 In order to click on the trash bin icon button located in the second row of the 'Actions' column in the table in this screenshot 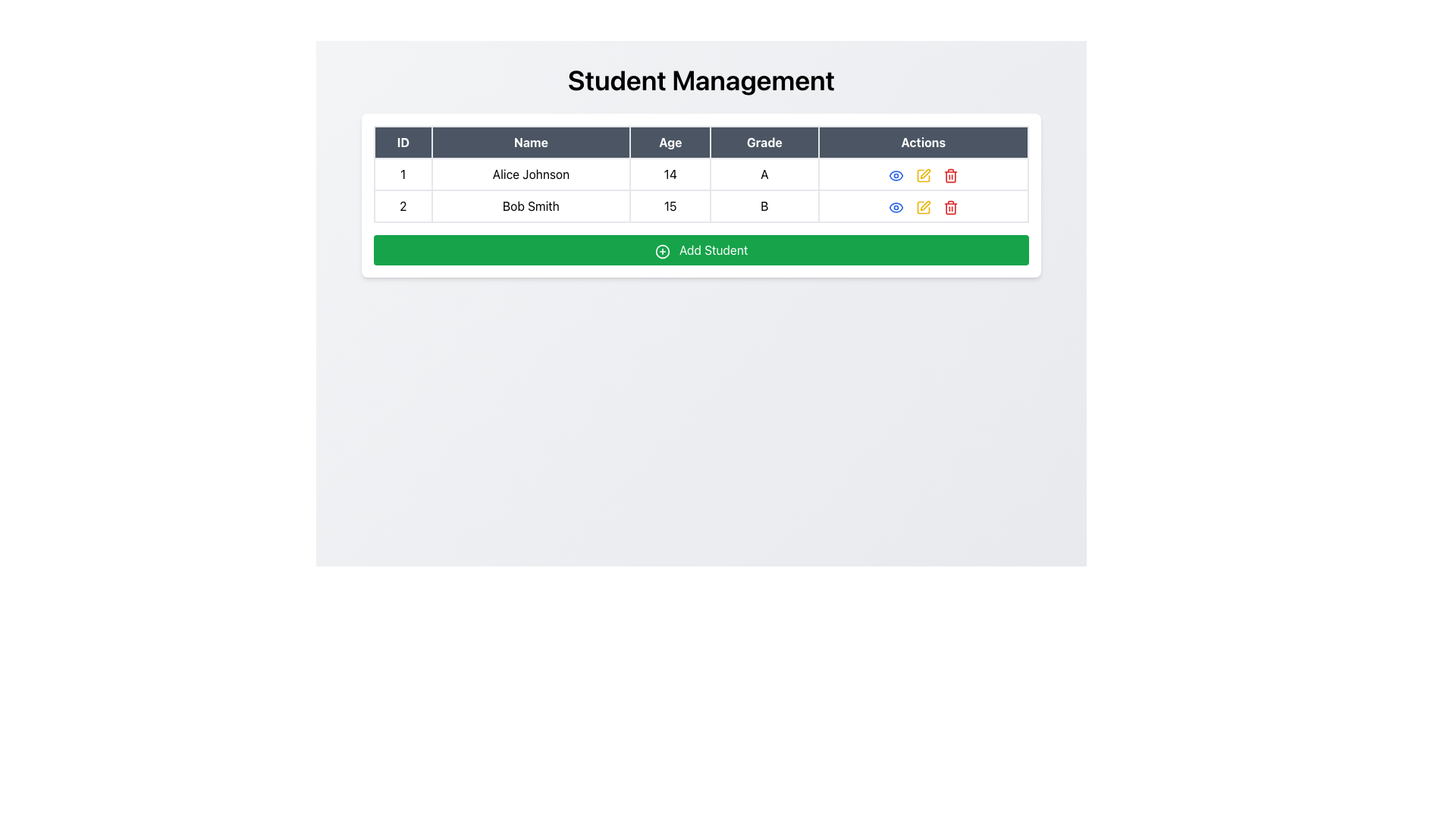, I will do `click(949, 207)`.